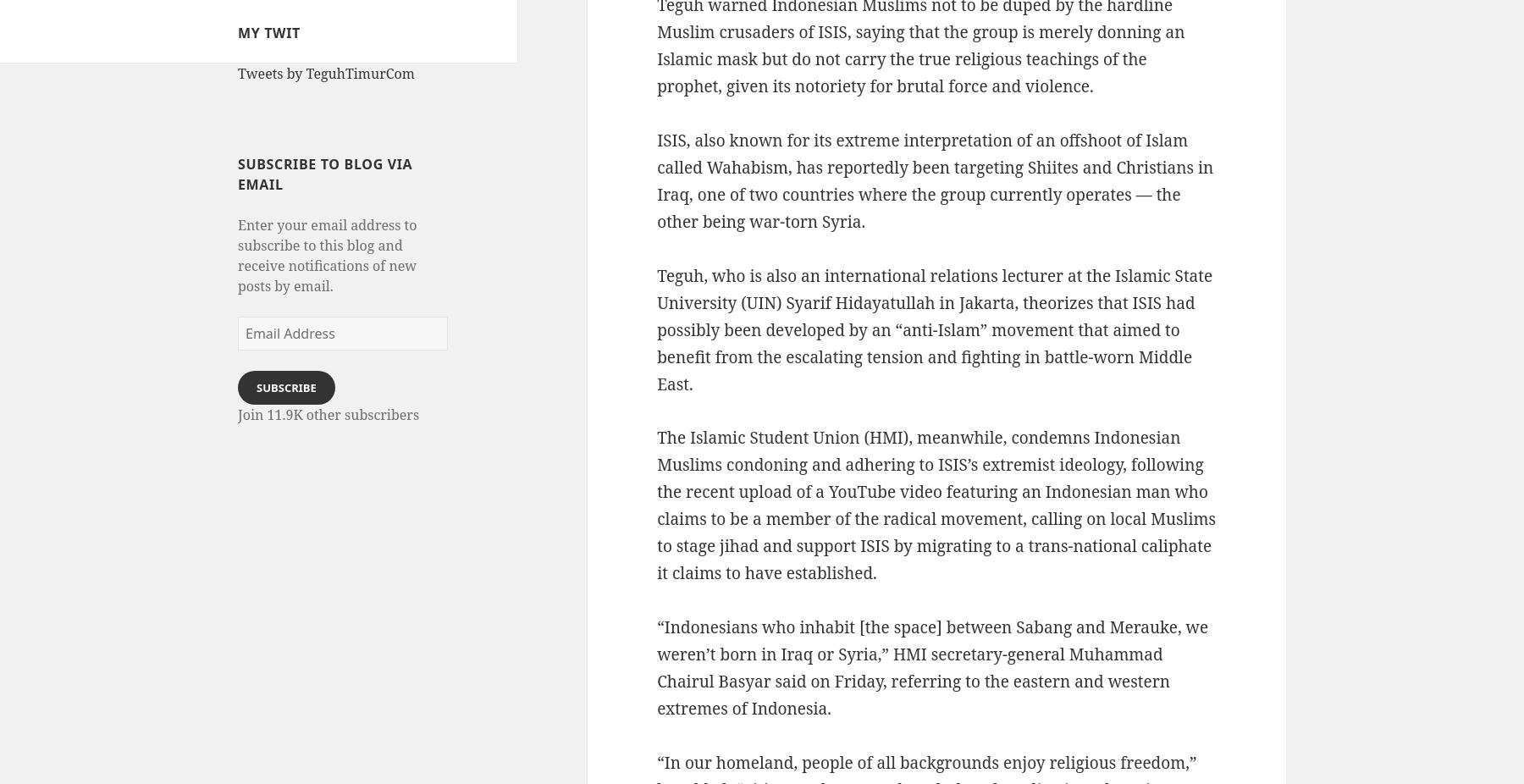  I want to click on 'Subscribe to Blog via Email', so click(236, 173).